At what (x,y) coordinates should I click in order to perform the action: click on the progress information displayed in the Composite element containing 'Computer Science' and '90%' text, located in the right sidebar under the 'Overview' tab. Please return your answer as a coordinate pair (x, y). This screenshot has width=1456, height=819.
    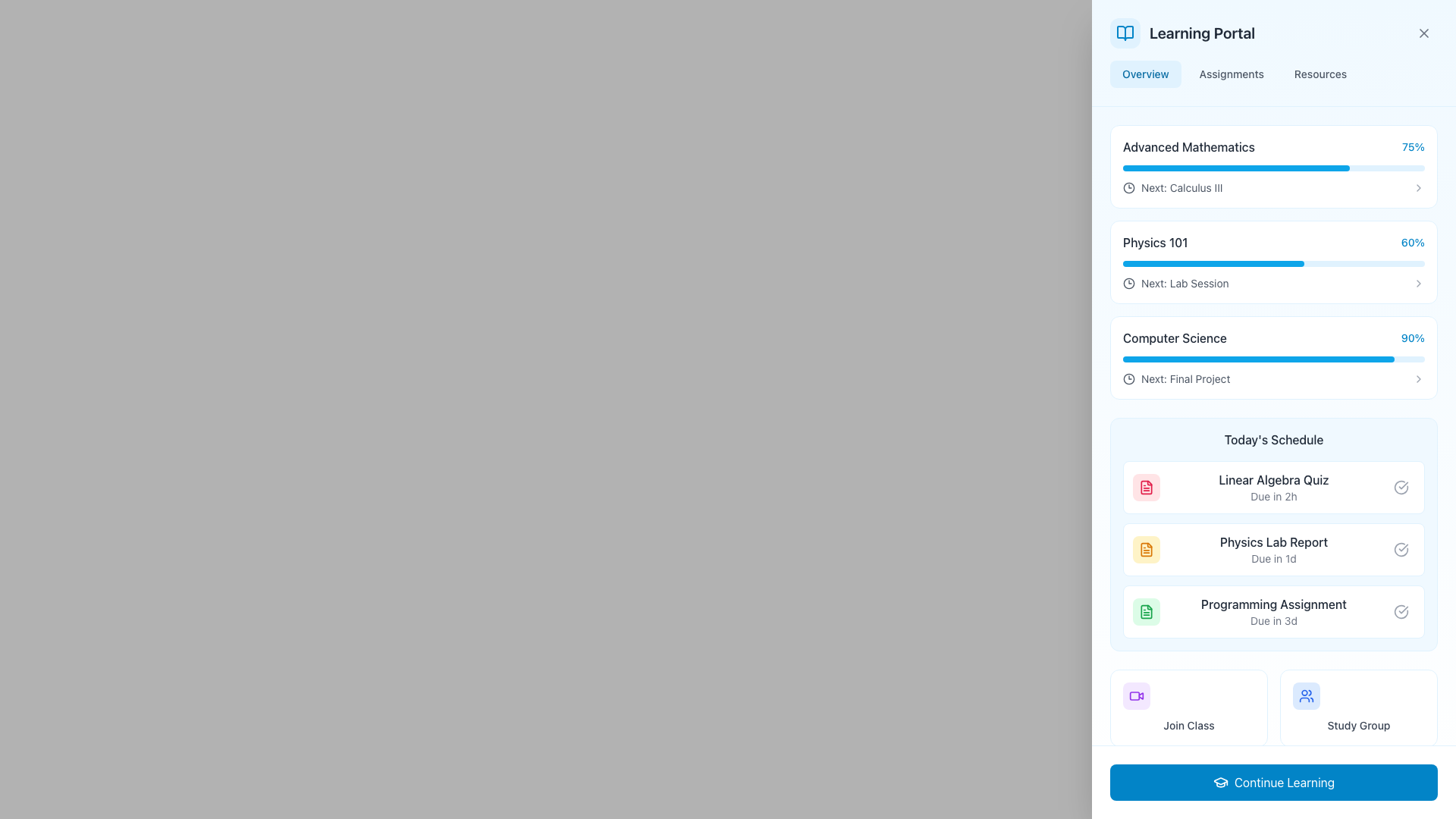
    Looking at the image, I should click on (1274, 337).